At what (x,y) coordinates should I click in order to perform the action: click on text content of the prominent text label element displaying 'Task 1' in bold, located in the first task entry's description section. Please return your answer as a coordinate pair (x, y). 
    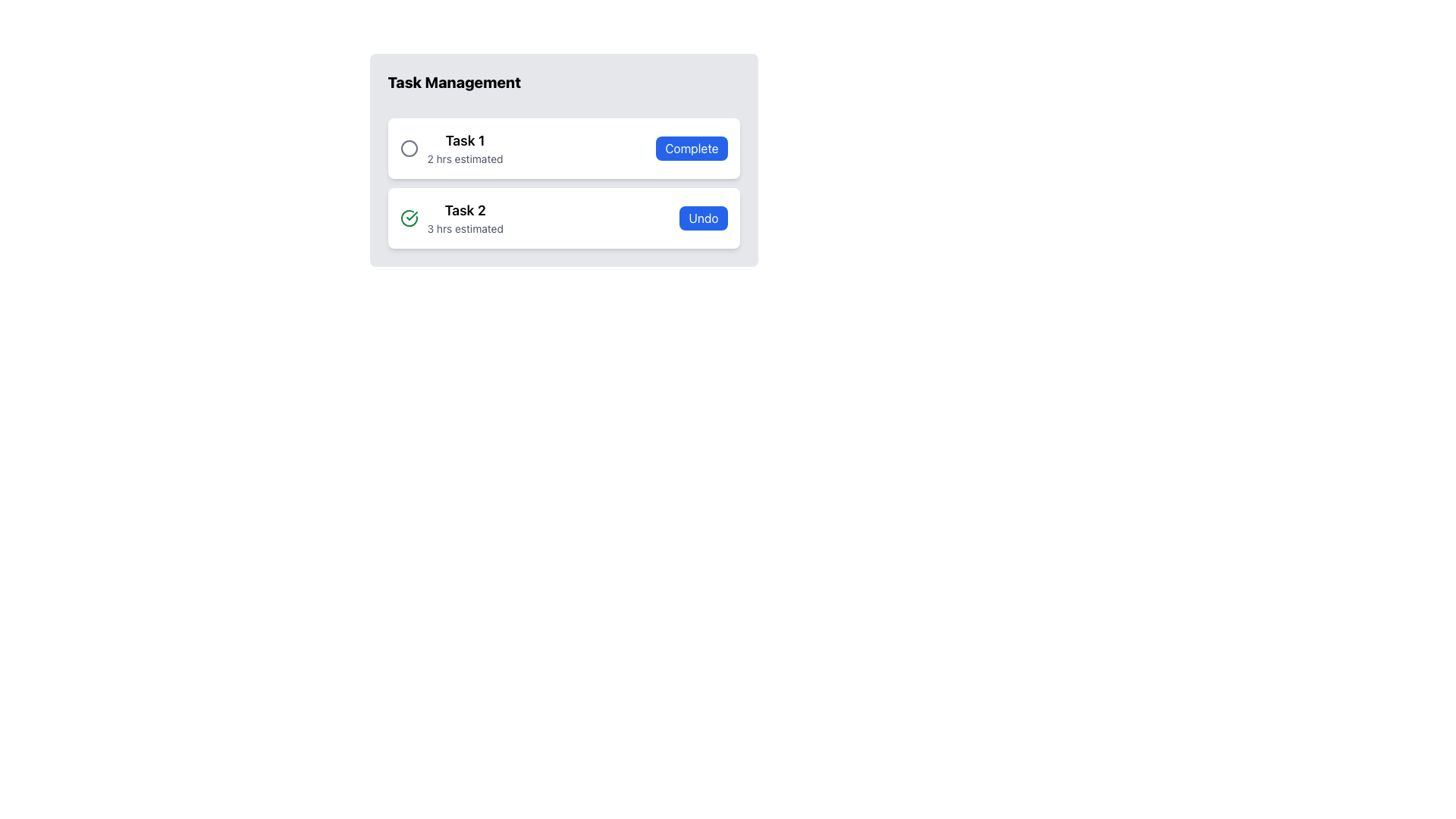
    Looking at the image, I should click on (464, 140).